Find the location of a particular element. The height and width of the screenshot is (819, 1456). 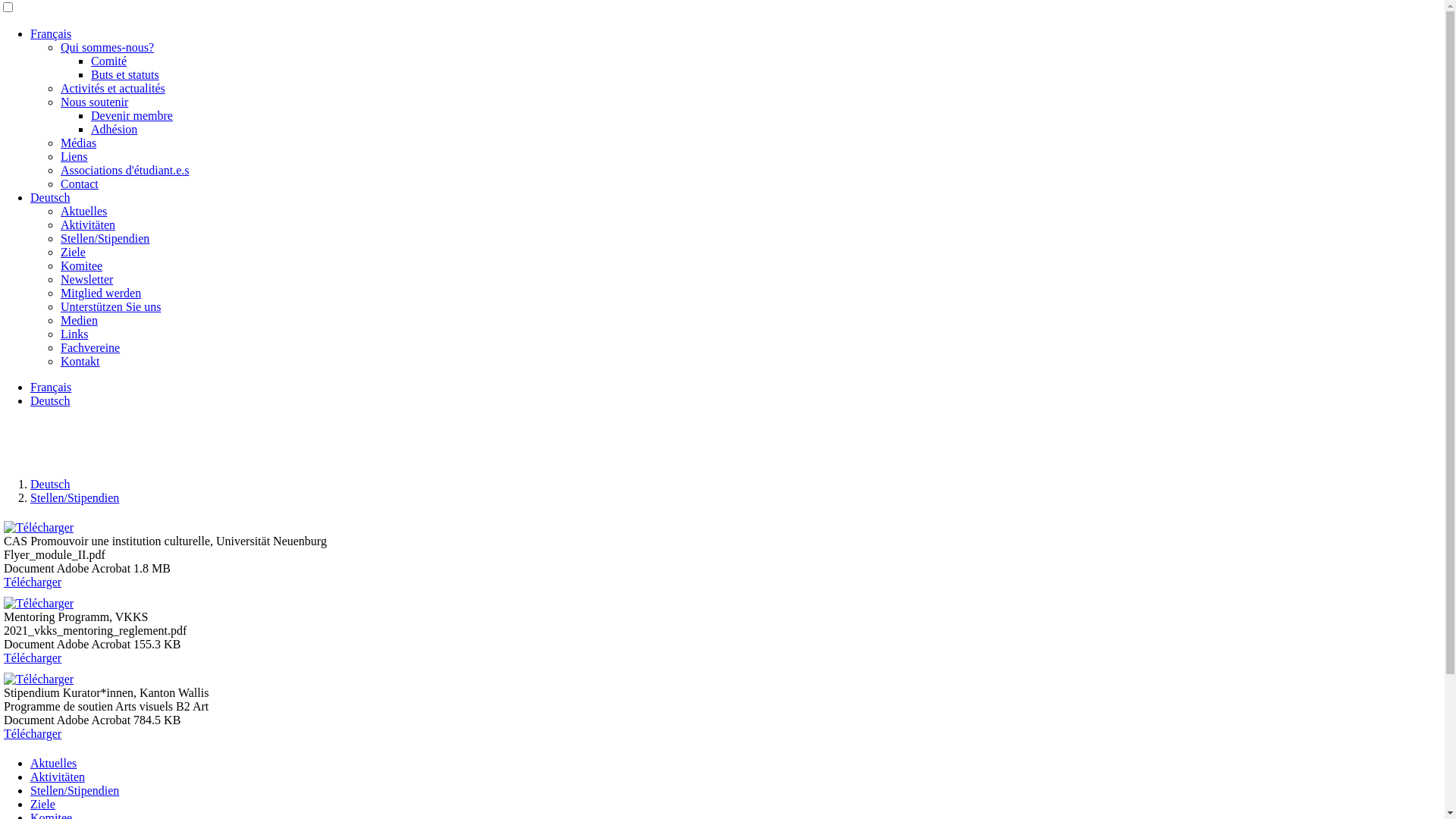

'Qui sommes-nous?' is located at coordinates (106, 46).